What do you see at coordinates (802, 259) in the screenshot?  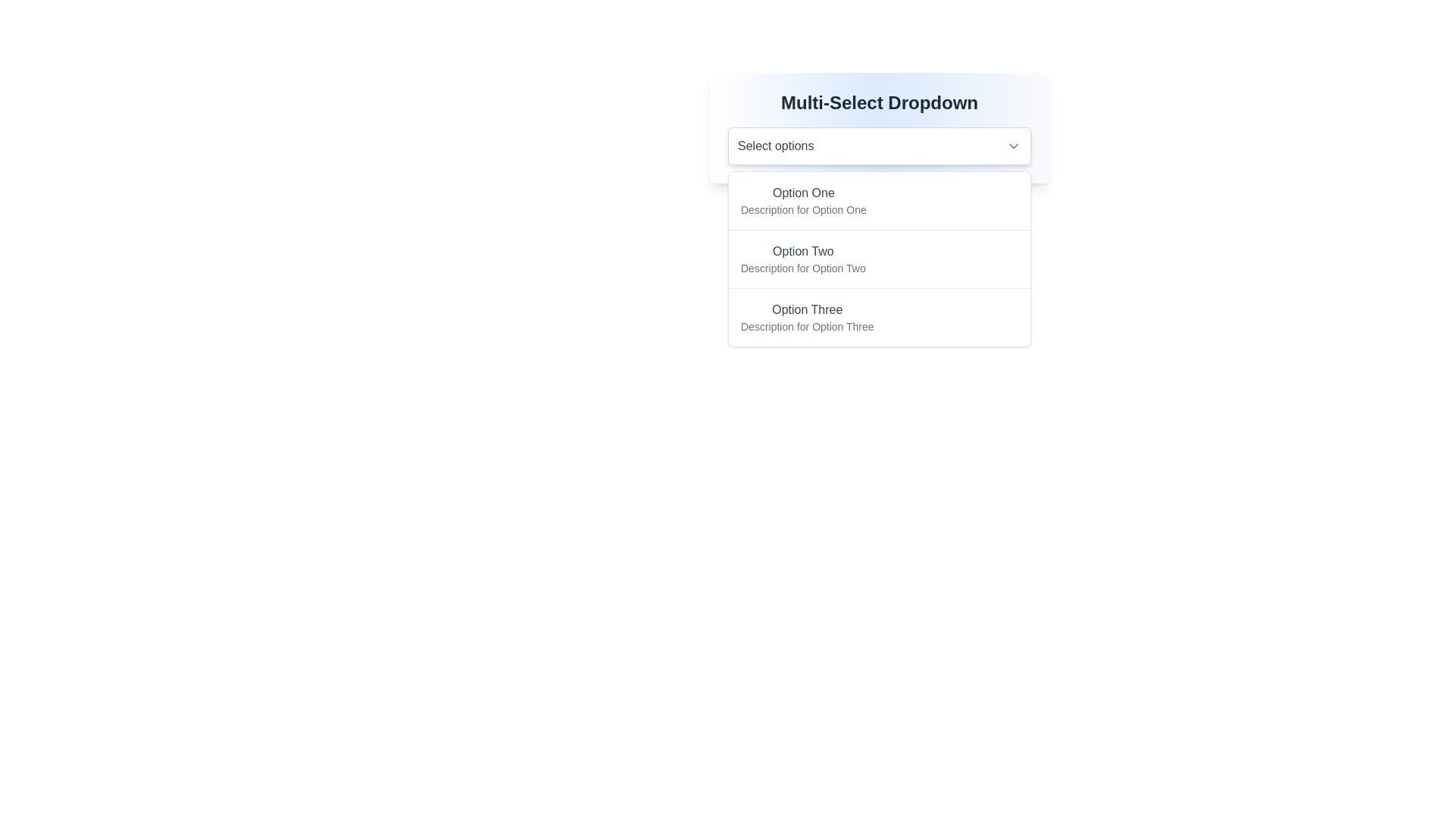 I see `the second item in the dropdown menu` at bounding box center [802, 259].